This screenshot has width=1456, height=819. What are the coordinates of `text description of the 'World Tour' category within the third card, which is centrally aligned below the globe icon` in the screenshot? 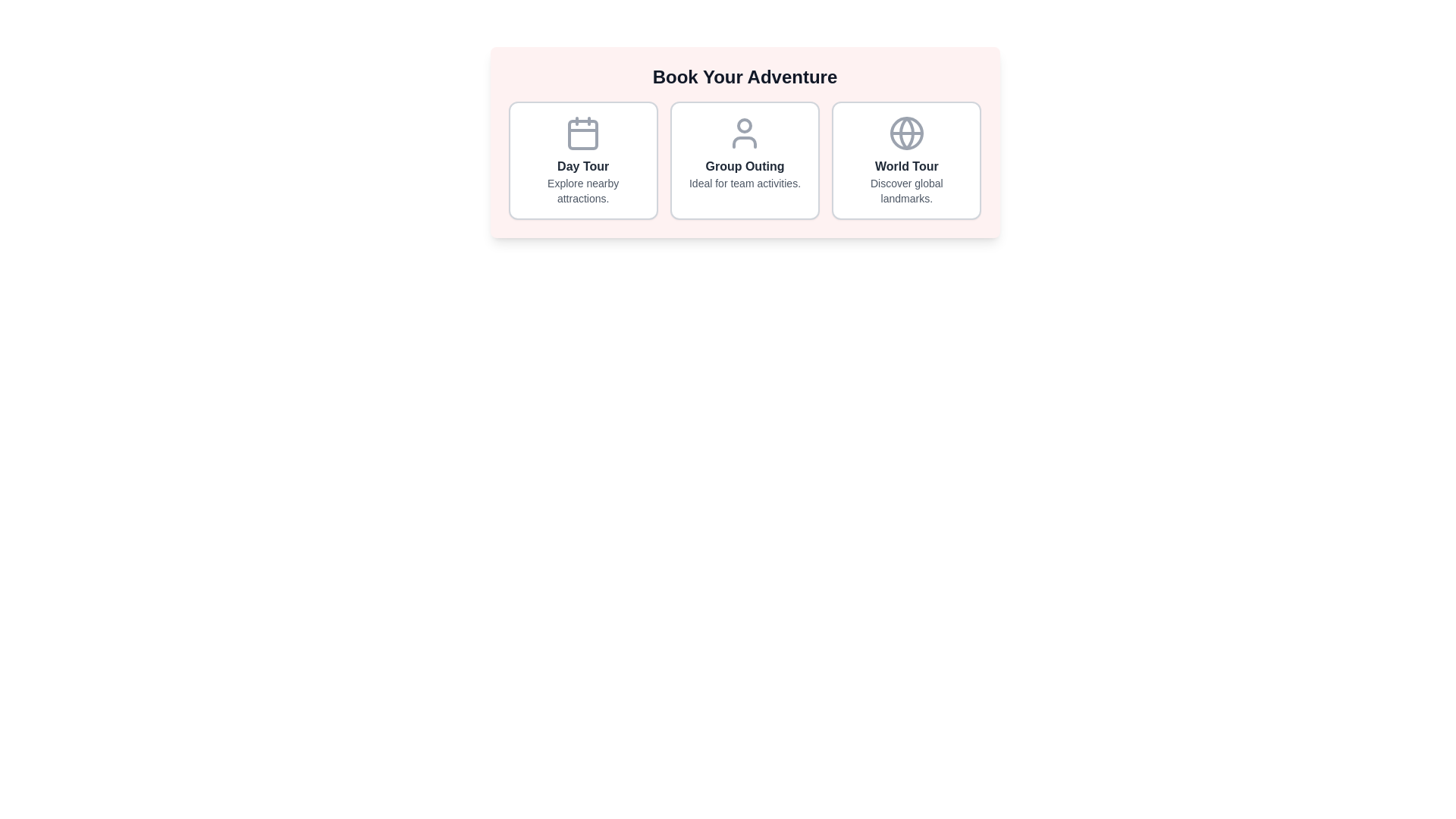 It's located at (906, 180).